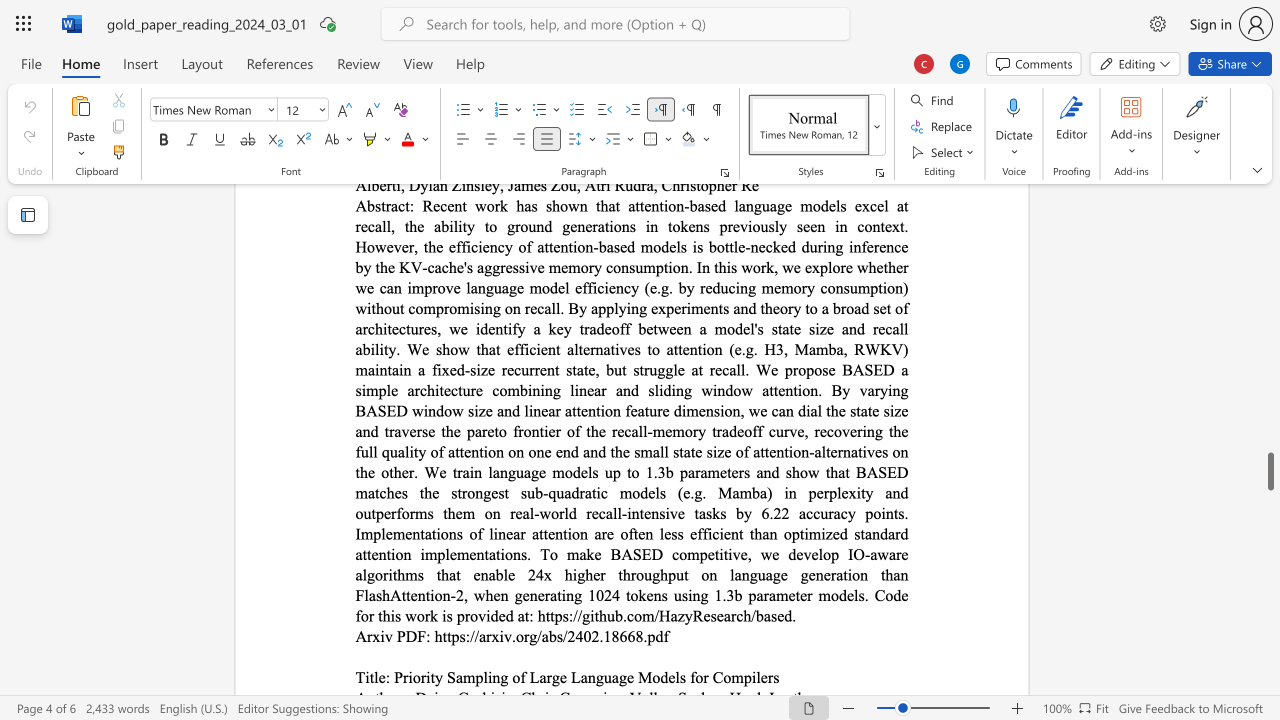 This screenshot has width=1280, height=720. What do you see at coordinates (1269, 338) in the screenshot?
I see `the scrollbar to scroll the page up` at bounding box center [1269, 338].